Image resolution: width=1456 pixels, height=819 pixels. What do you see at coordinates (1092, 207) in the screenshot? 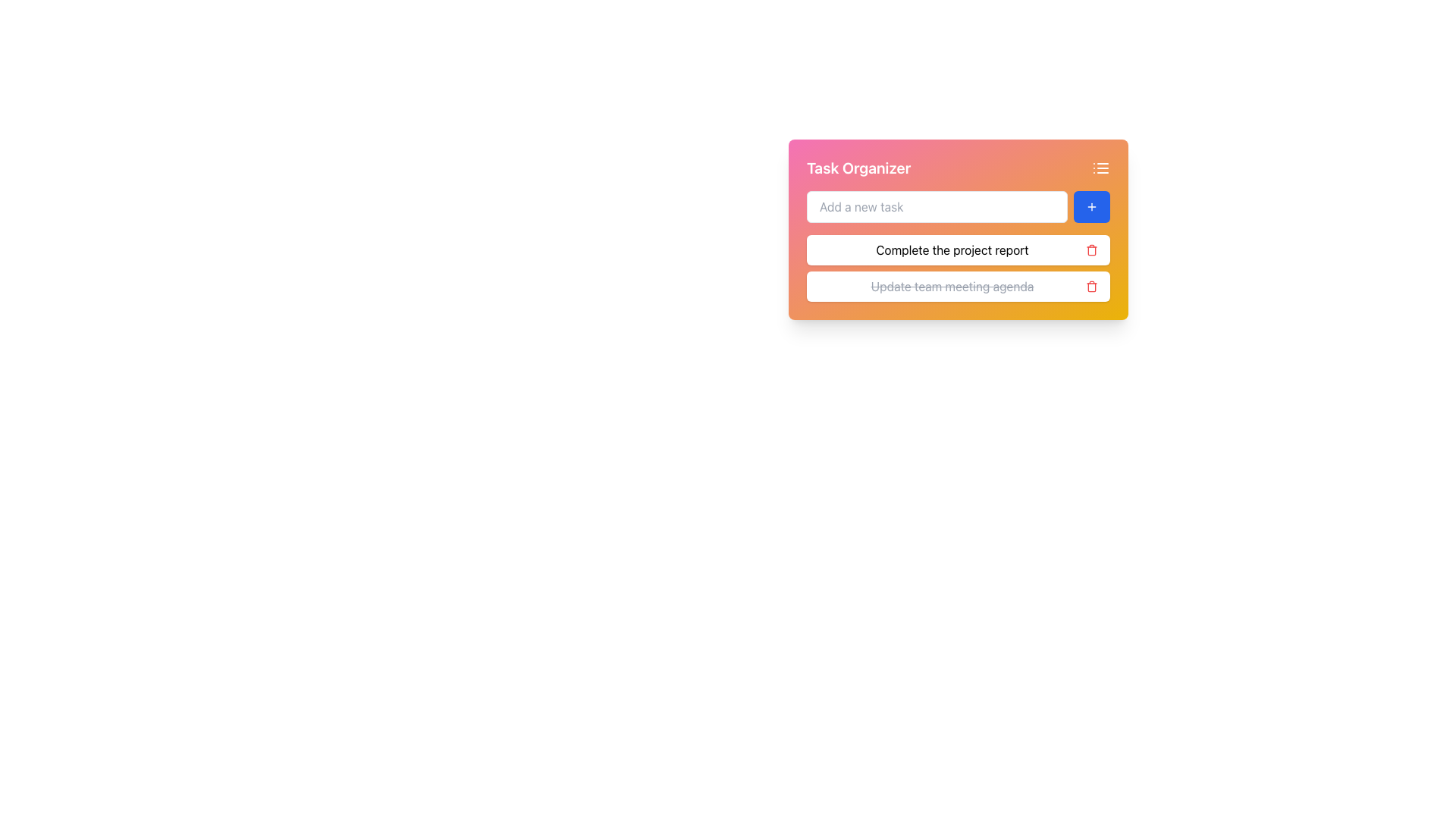
I see `the blue button with a white plus icon in the top-right corner of the task input area` at bounding box center [1092, 207].